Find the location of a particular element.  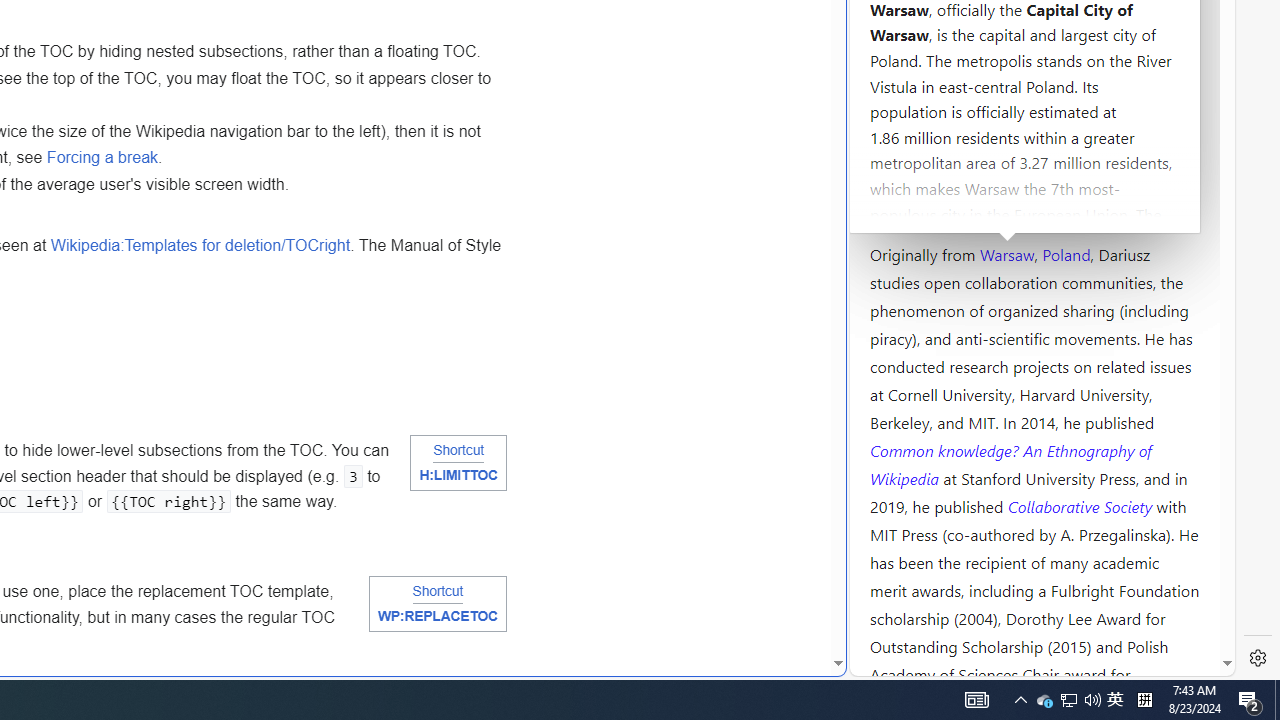

'Kozminski University' is located at coordinates (1034, 135).